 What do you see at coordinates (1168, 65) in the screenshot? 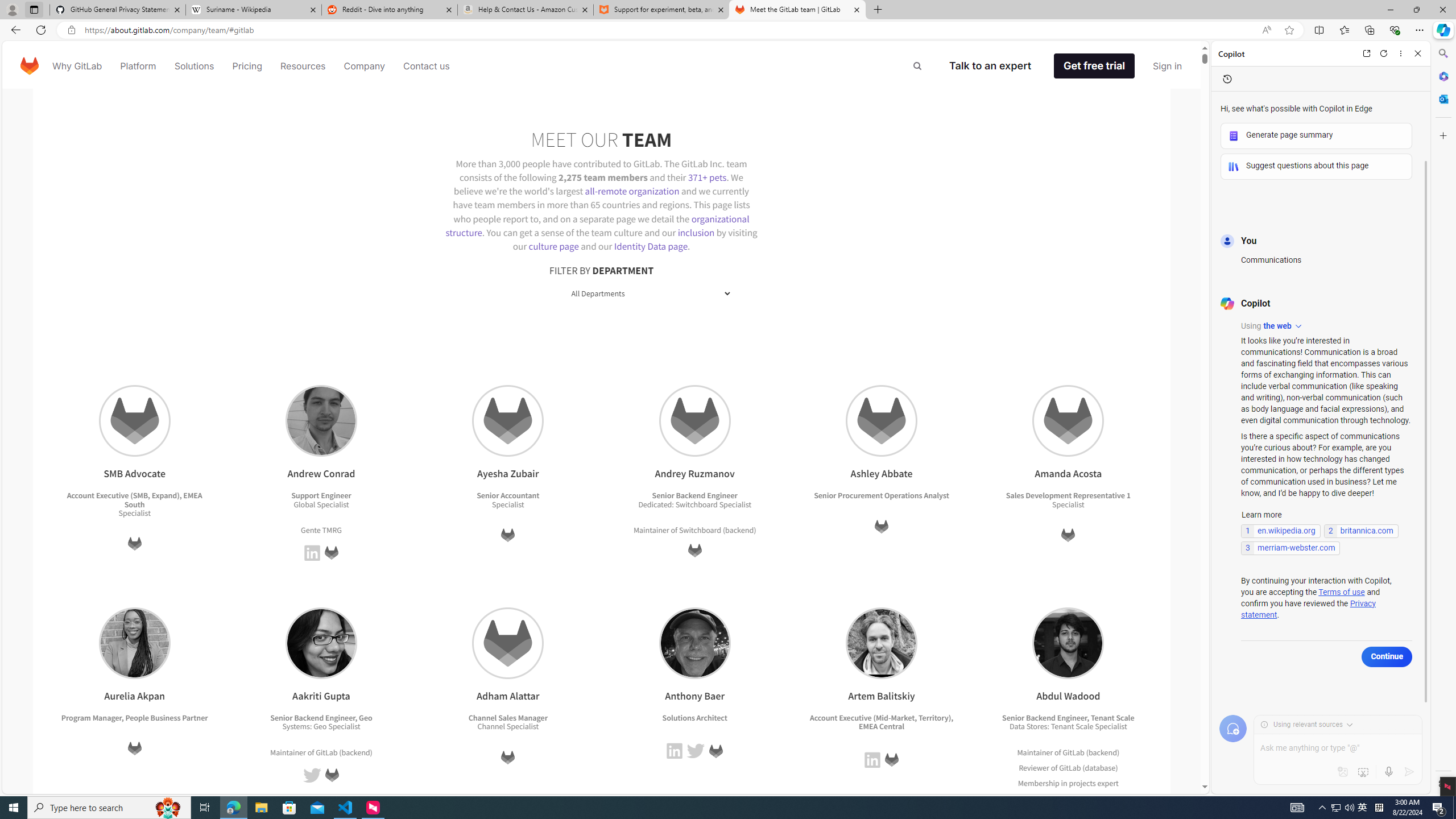
I see `'Sign in'` at bounding box center [1168, 65].